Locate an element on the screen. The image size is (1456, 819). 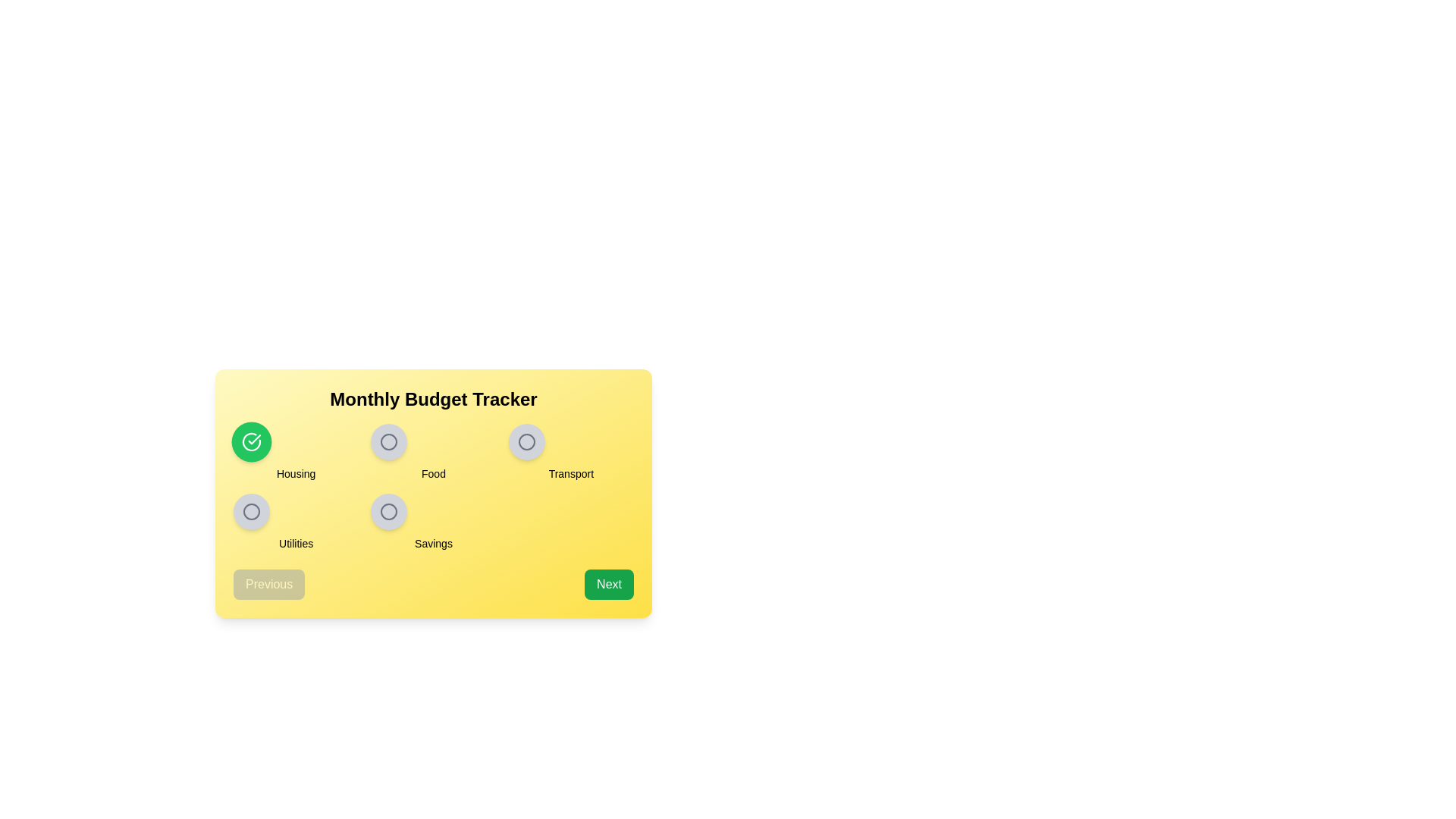
the text label displaying 'Food' which is centered below a circular UI component with an icon, part of a categorized menu interface is located at coordinates (432, 472).